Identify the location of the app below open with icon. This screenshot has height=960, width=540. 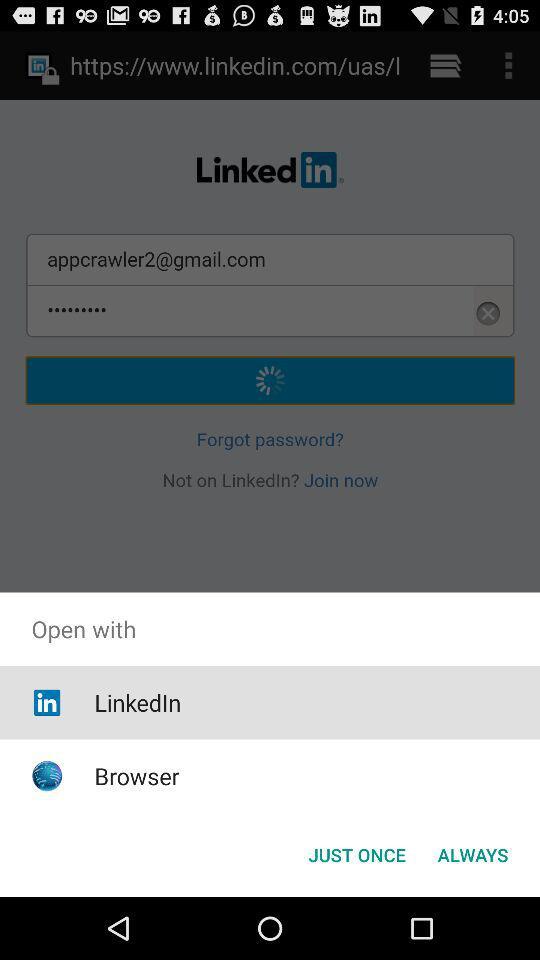
(472, 853).